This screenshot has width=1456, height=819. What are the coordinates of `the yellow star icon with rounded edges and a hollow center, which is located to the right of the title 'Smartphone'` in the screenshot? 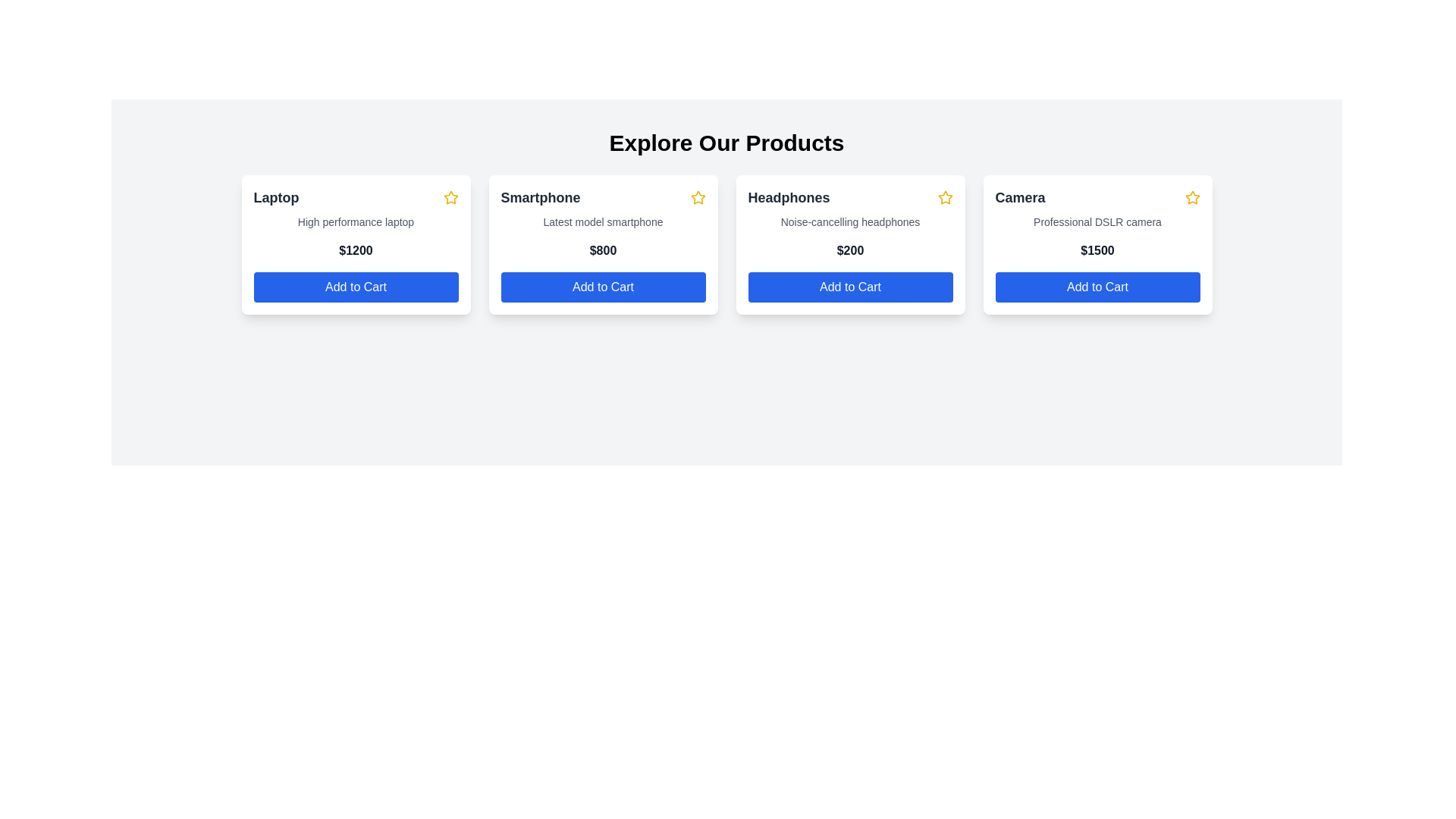 It's located at (697, 197).